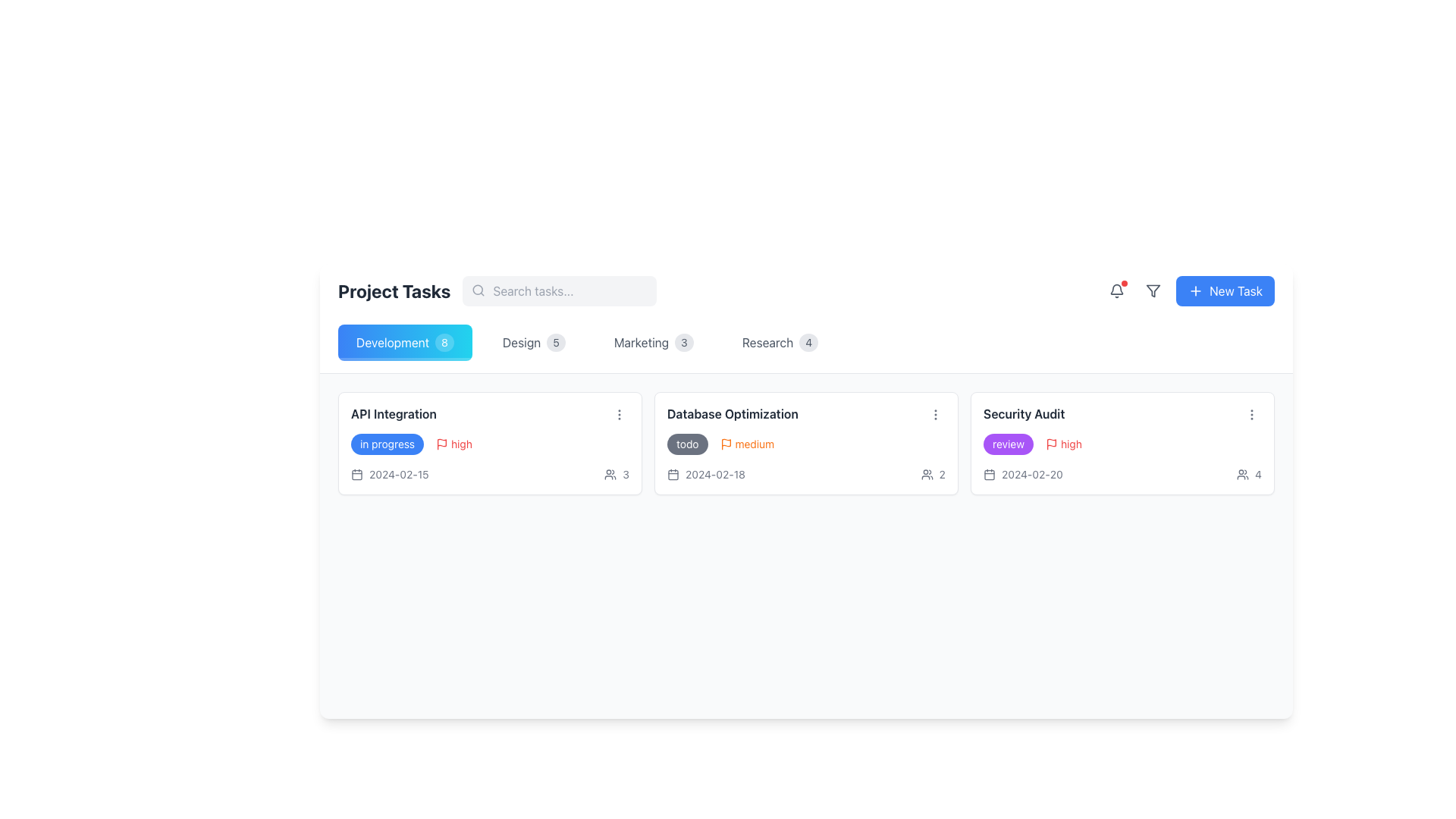  I want to click on the flag icon represented as a vector graphic inside the SVG component, located in the top-right corner of the page layout, so click(725, 442).